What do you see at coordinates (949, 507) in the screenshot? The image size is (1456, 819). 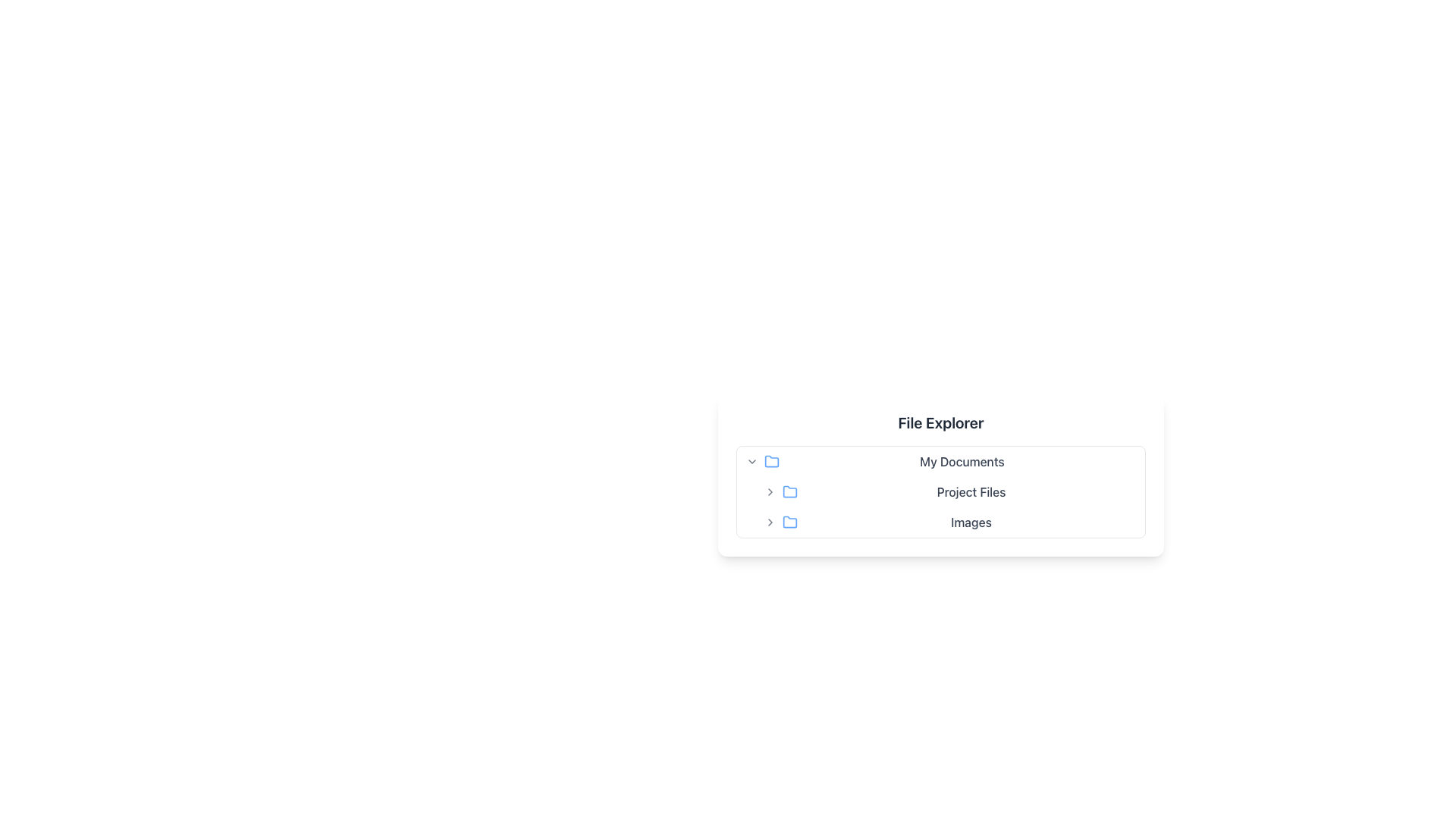 I see `the 'Folder' representation` at bounding box center [949, 507].